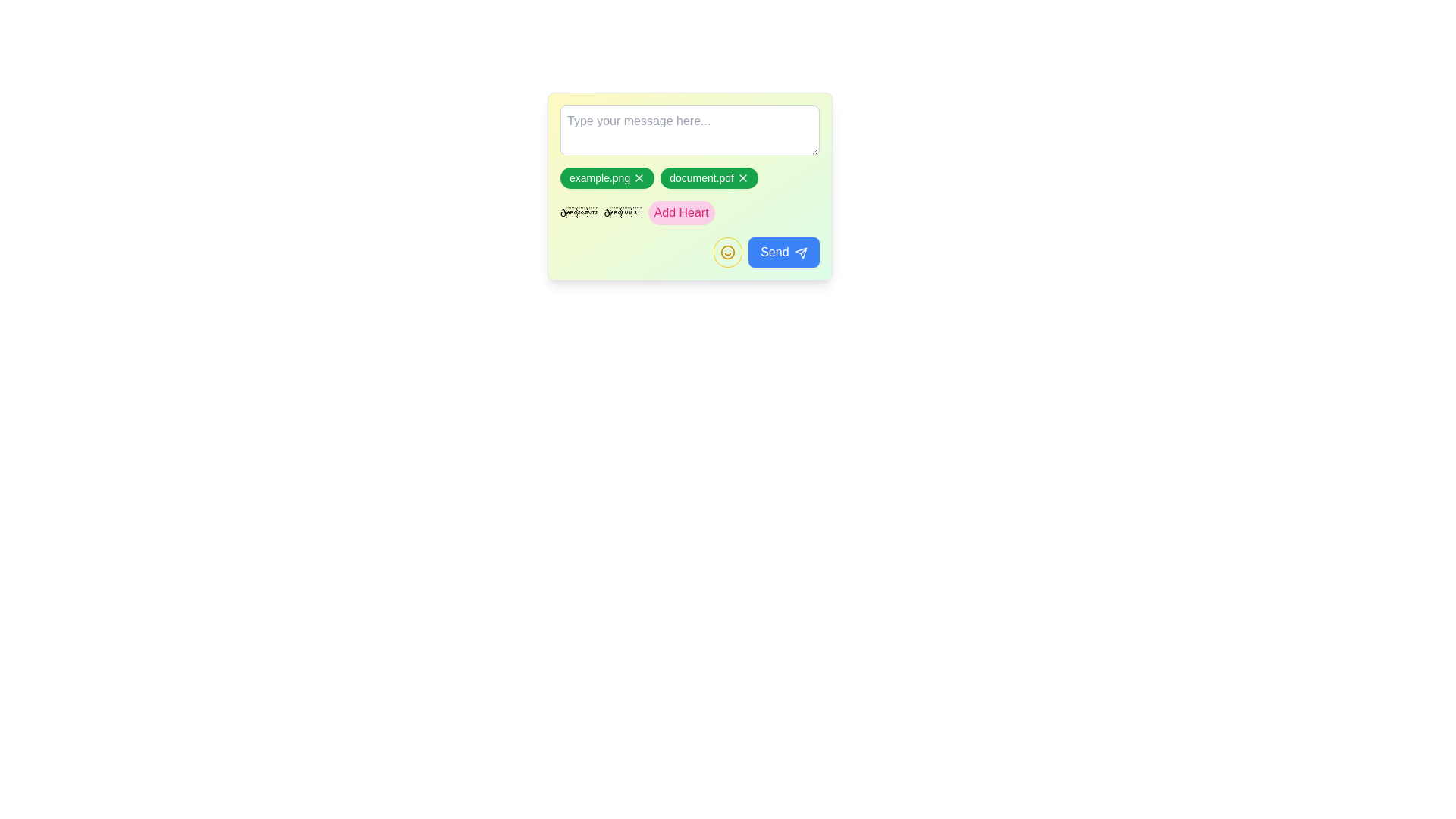  What do you see at coordinates (800, 252) in the screenshot?
I see `the 'Send' icon in the lower-right corner of the interface to trigger surrounding elements for indirect functionality` at bounding box center [800, 252].